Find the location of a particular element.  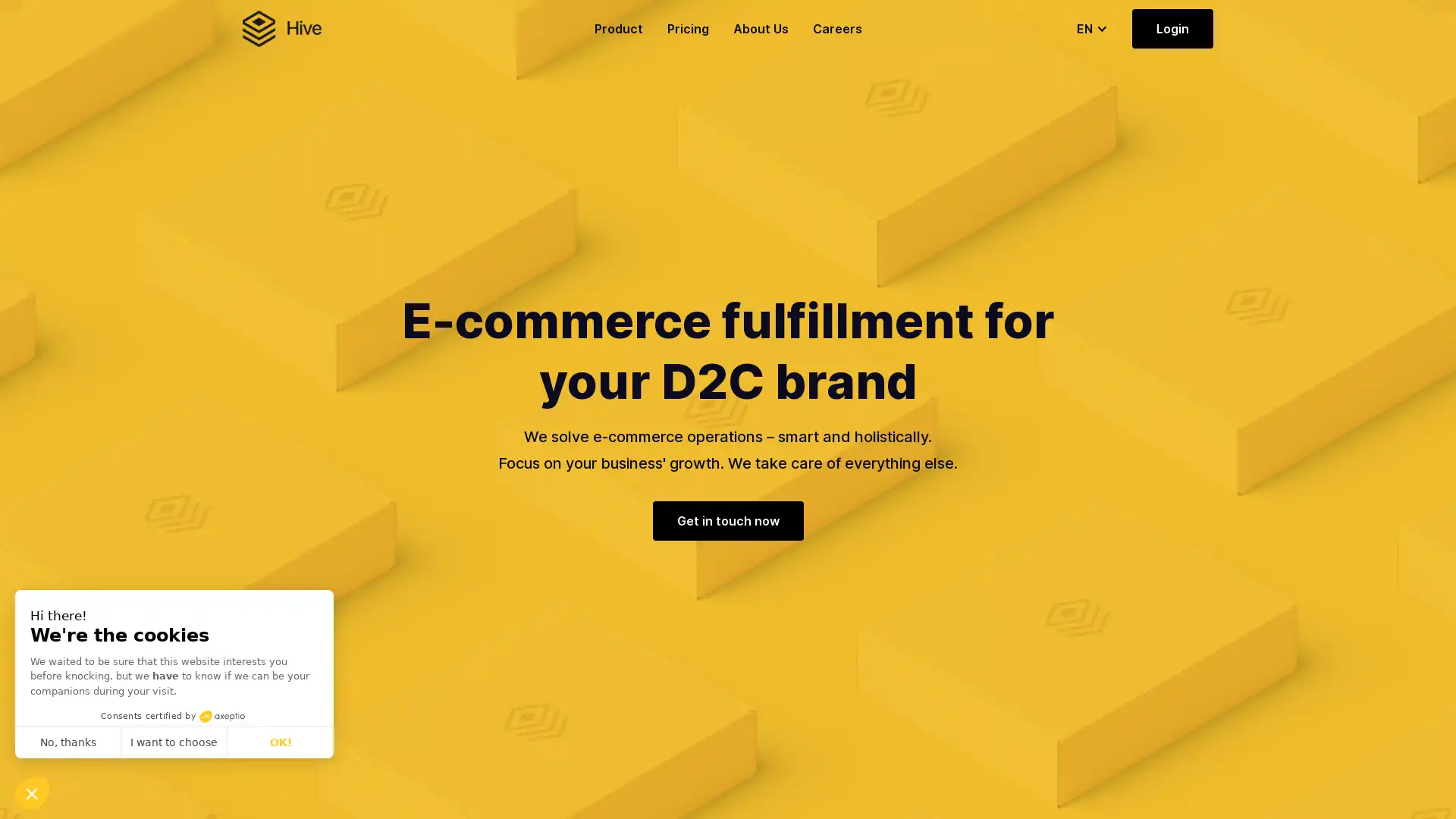

Continue and decide later is located at coordinates (32, 792).